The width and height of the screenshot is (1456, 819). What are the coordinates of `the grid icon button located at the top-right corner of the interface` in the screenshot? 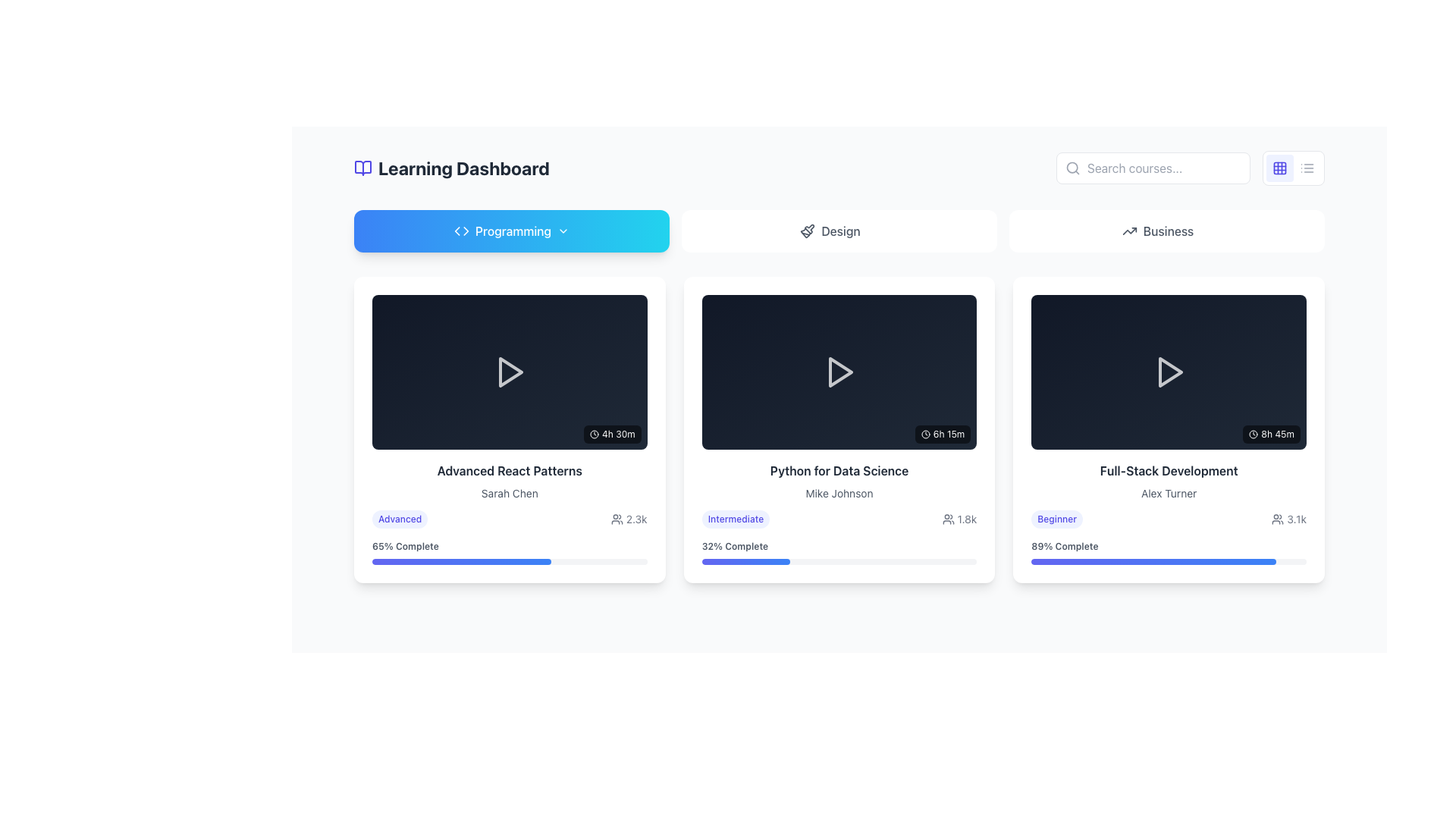 It's located at (1279, 168).